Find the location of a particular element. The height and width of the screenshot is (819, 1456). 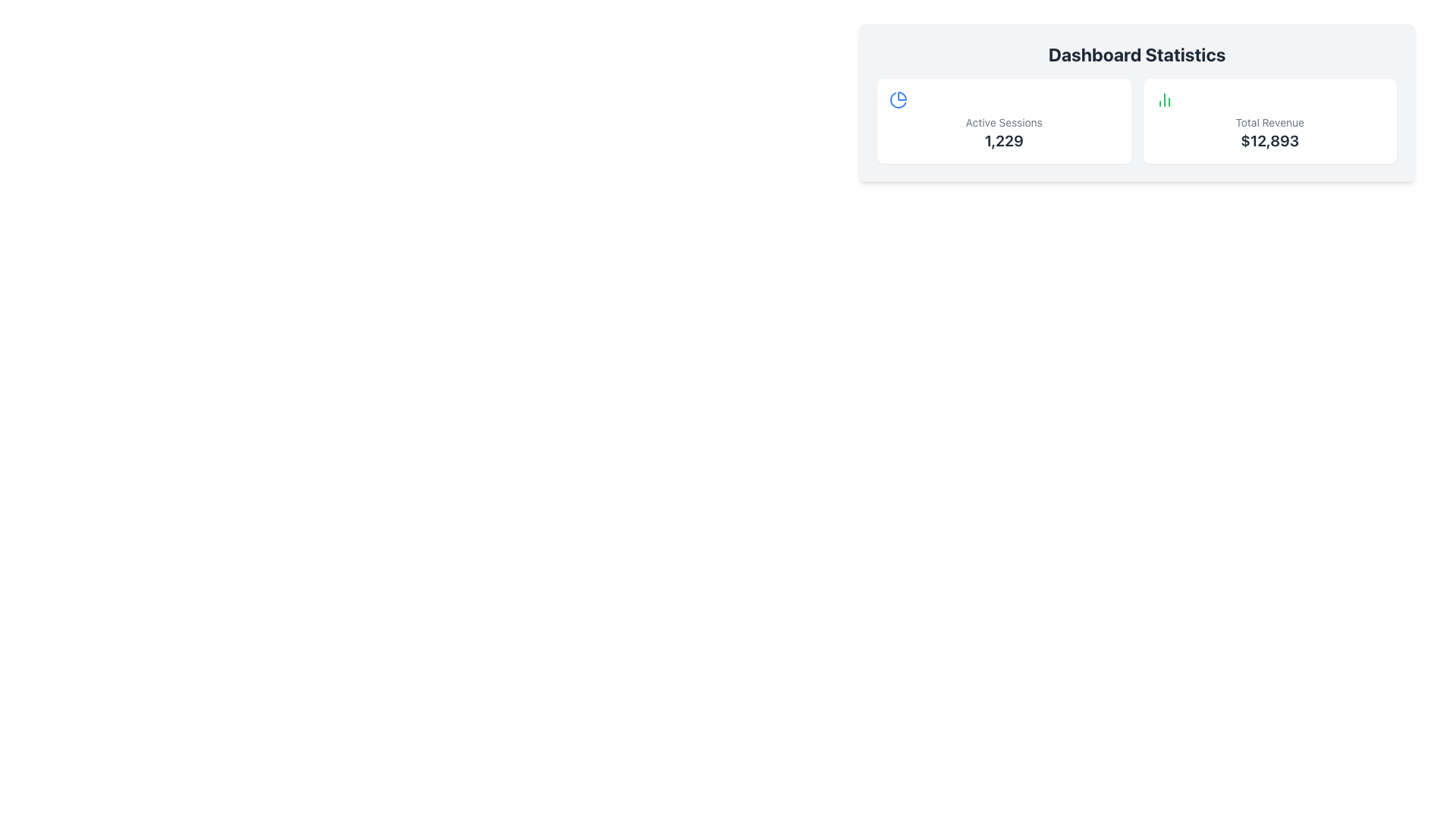

the text displaying the count of active sessions is located at coordinates (1004, 140).